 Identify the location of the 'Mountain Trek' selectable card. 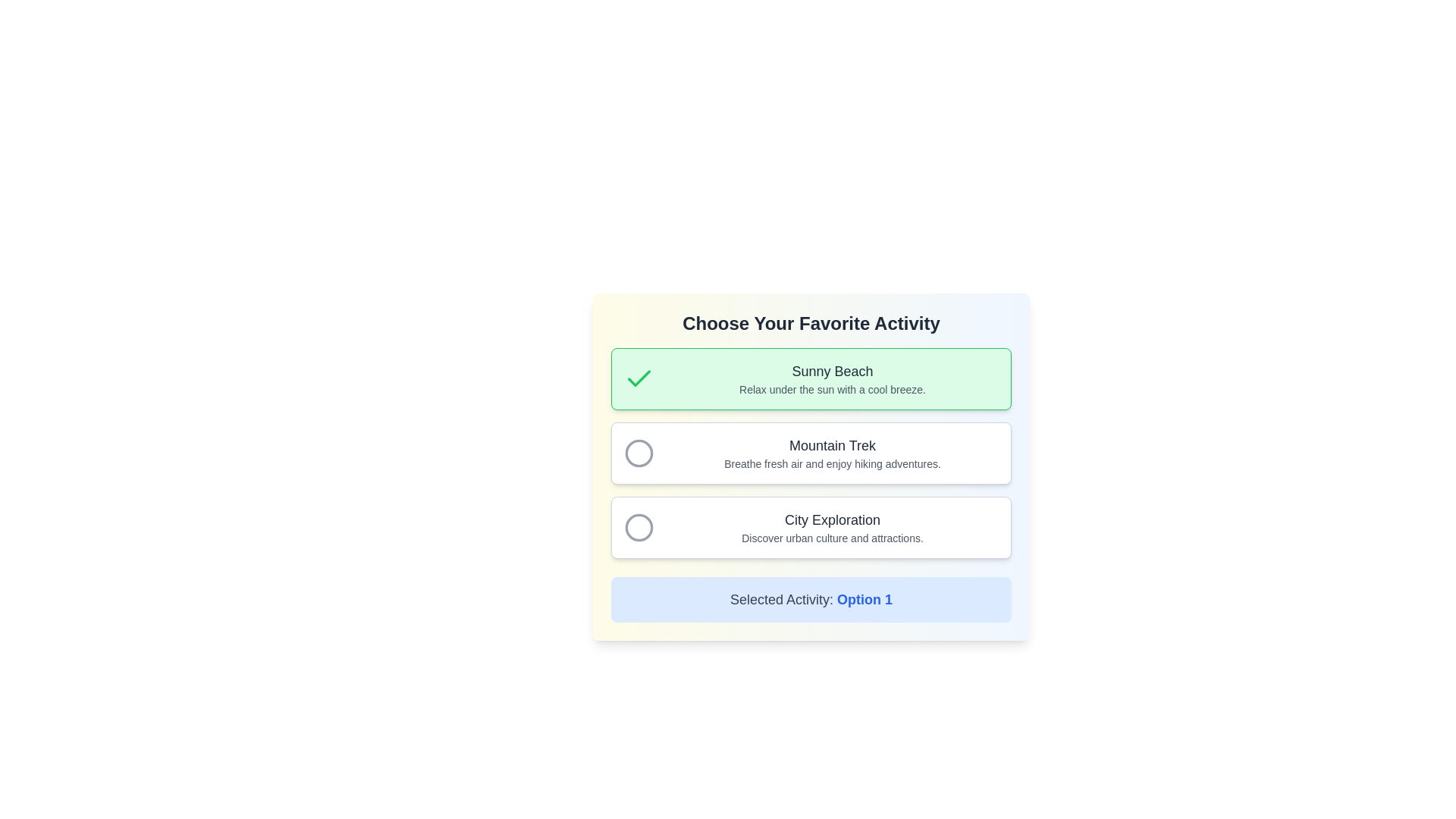
(811, 452).